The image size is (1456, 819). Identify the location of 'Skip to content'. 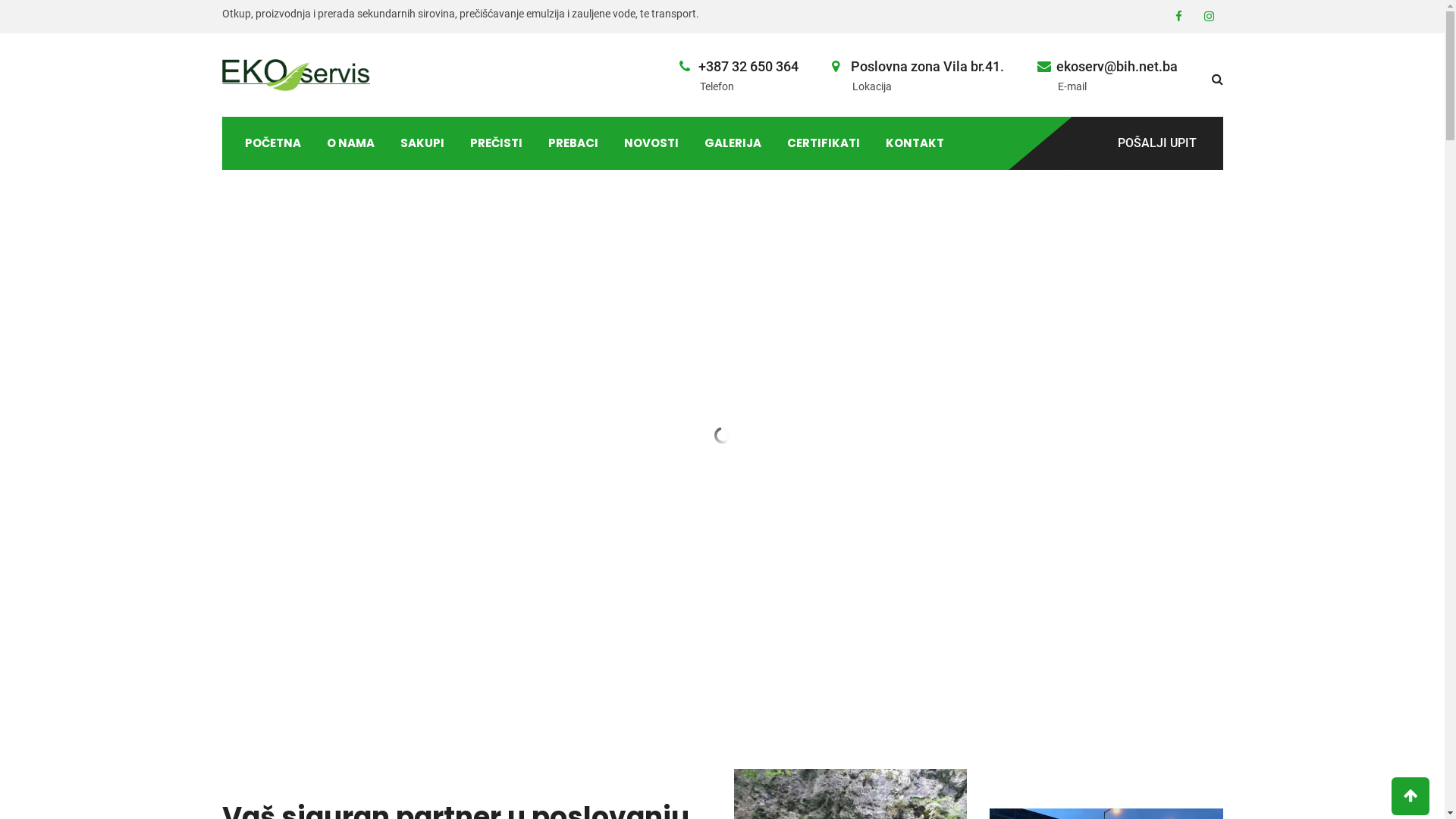
(0, 0).